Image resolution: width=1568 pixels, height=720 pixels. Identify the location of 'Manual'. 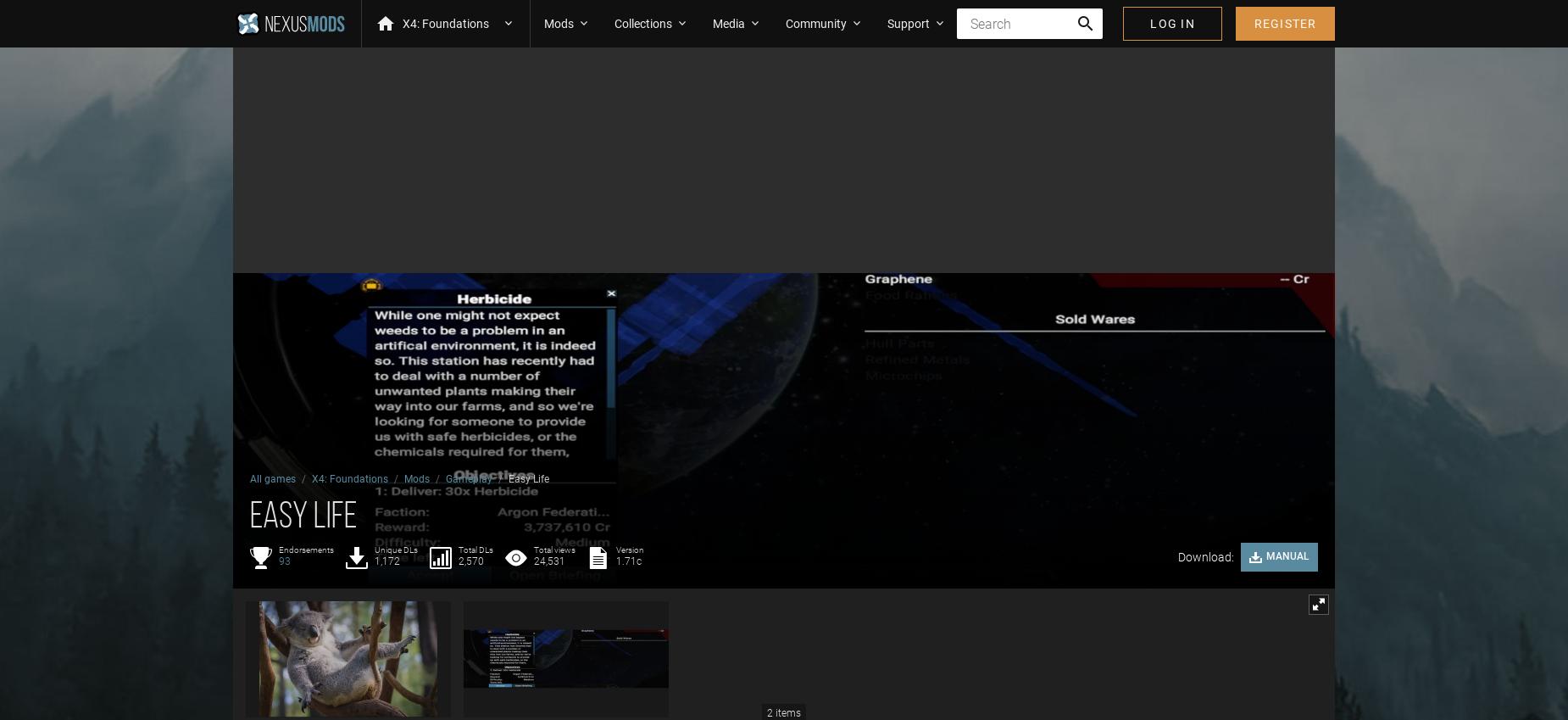
(1287, 556).